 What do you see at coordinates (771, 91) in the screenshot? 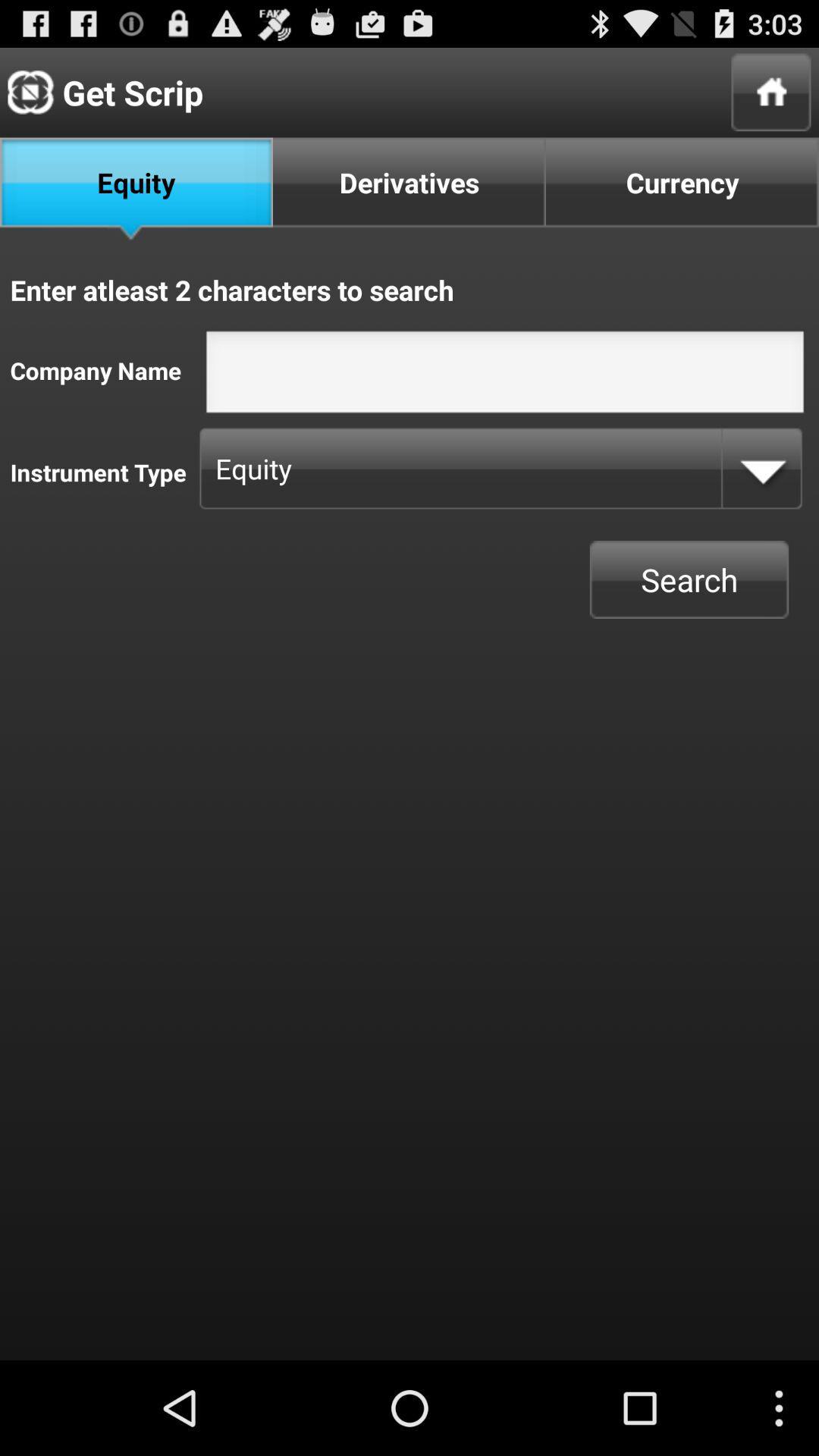
I see `home` at bounding box center [771, 91].